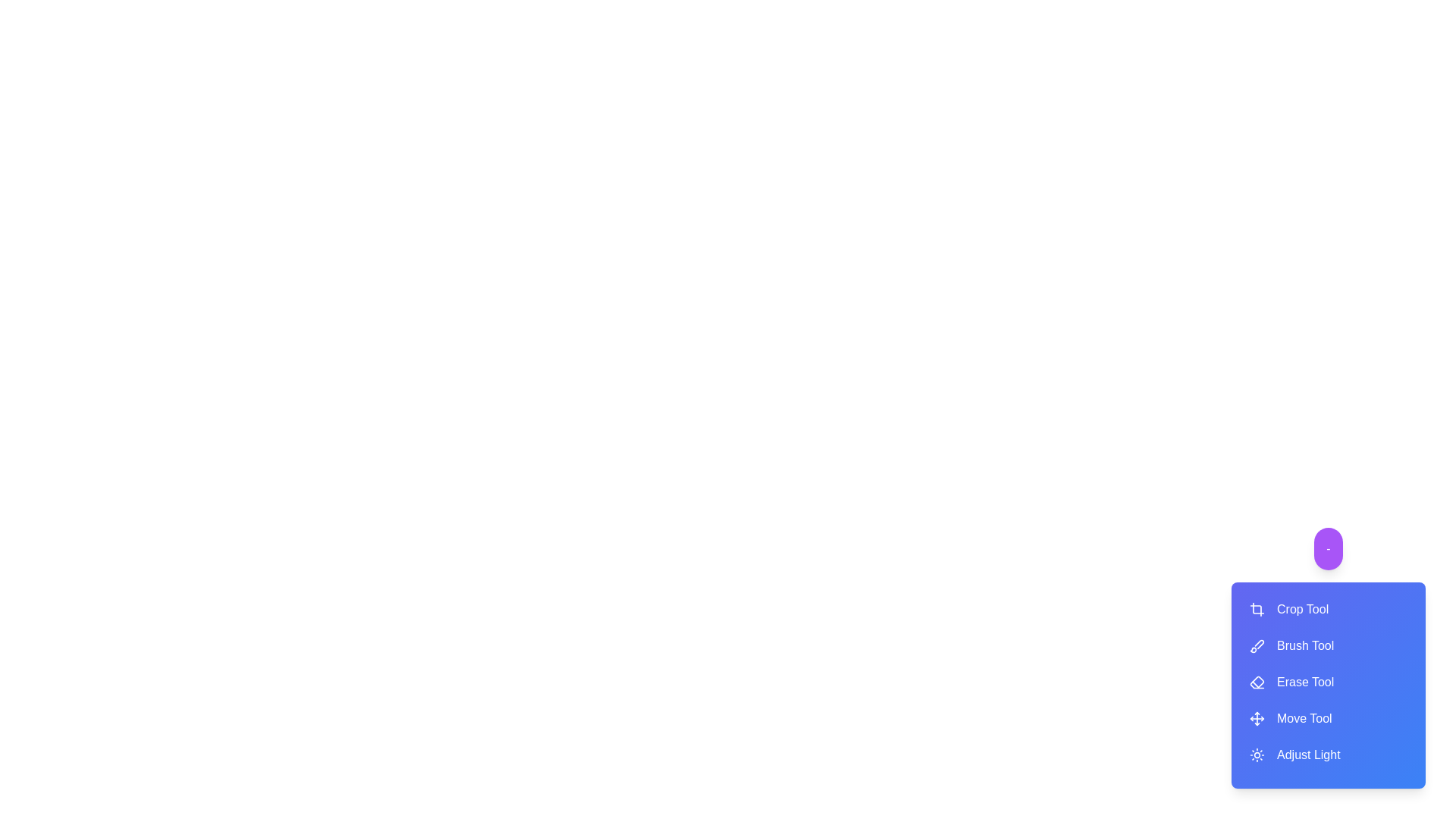 The width and height of the screenshot is (1456, 819). What do you see at coordinates (1257, 680) in the screenshot?
I see `the eraser tool icon in the blue sidebar interface` at bounding box center [1257, 680].